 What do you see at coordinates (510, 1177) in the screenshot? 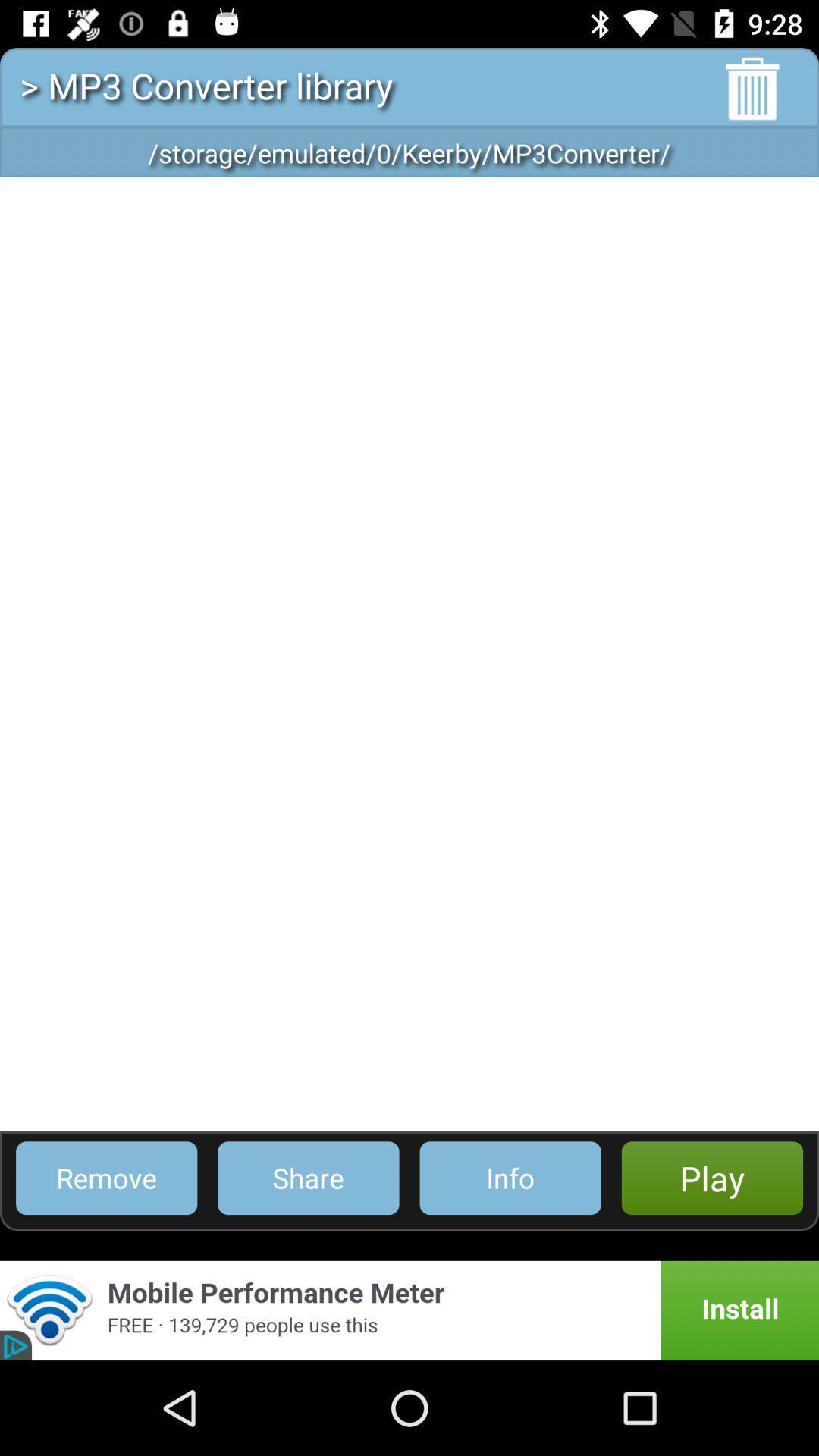
I see `info item` at bounding box center [510, 1177].